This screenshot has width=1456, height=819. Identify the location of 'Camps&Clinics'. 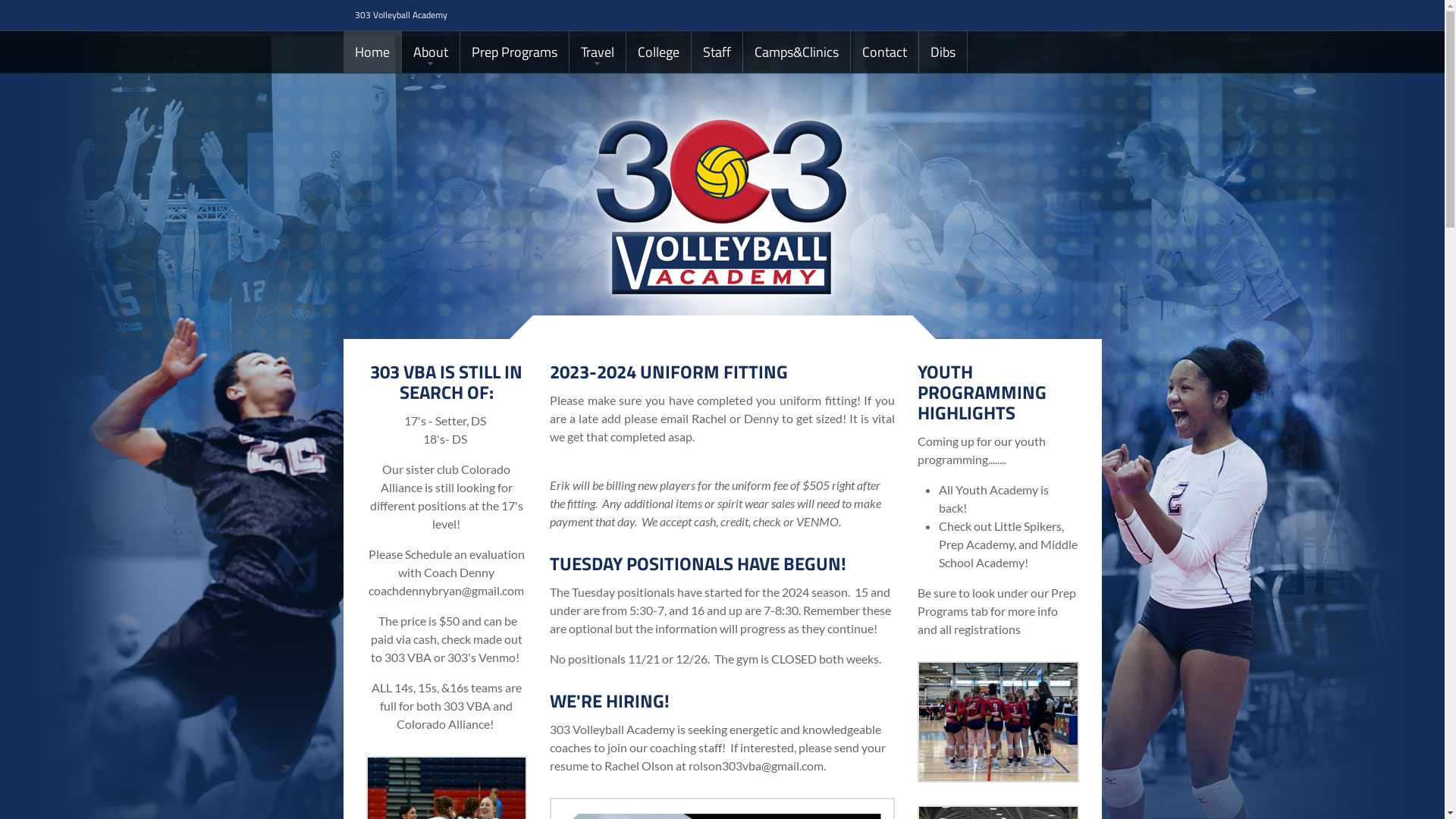
(742, 51).